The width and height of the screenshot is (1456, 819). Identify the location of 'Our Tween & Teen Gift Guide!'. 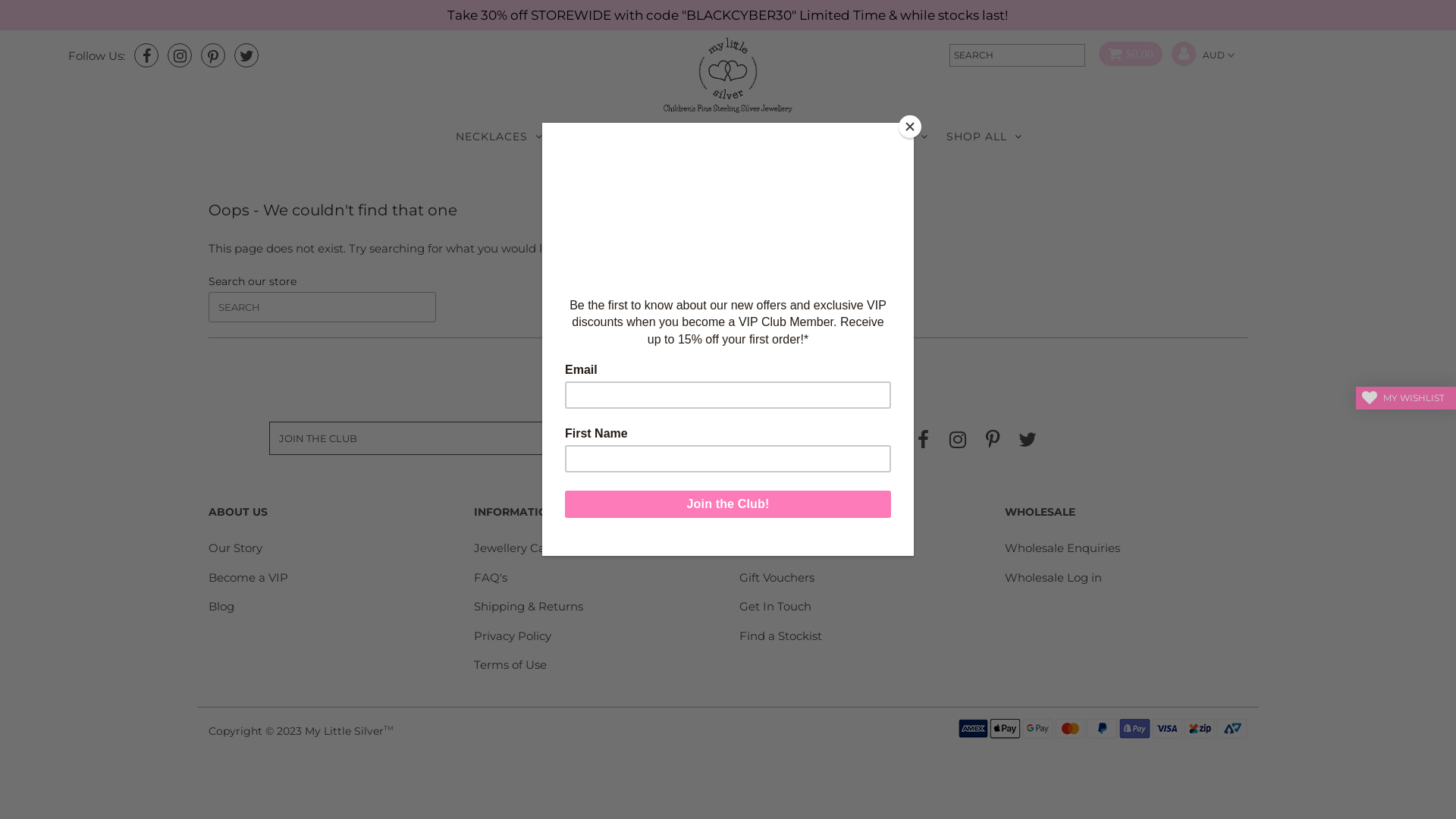
(821, 548).